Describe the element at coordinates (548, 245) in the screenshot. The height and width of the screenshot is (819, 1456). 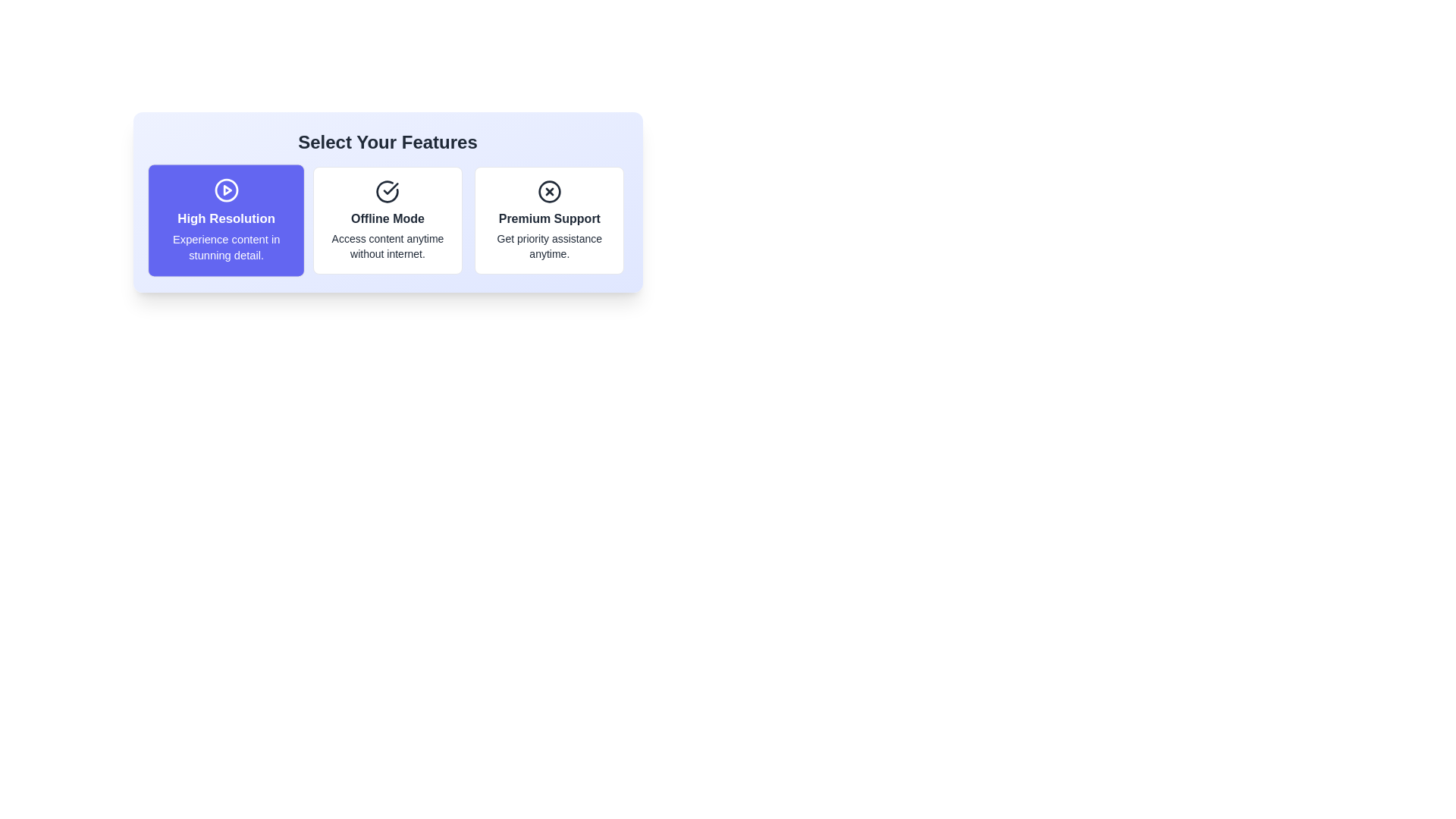
I see `the text block displaying 'Get priority assistance anytime.' located at the bottom of the 'Premium Support' card in the third column of the feature selection grid` at that location.